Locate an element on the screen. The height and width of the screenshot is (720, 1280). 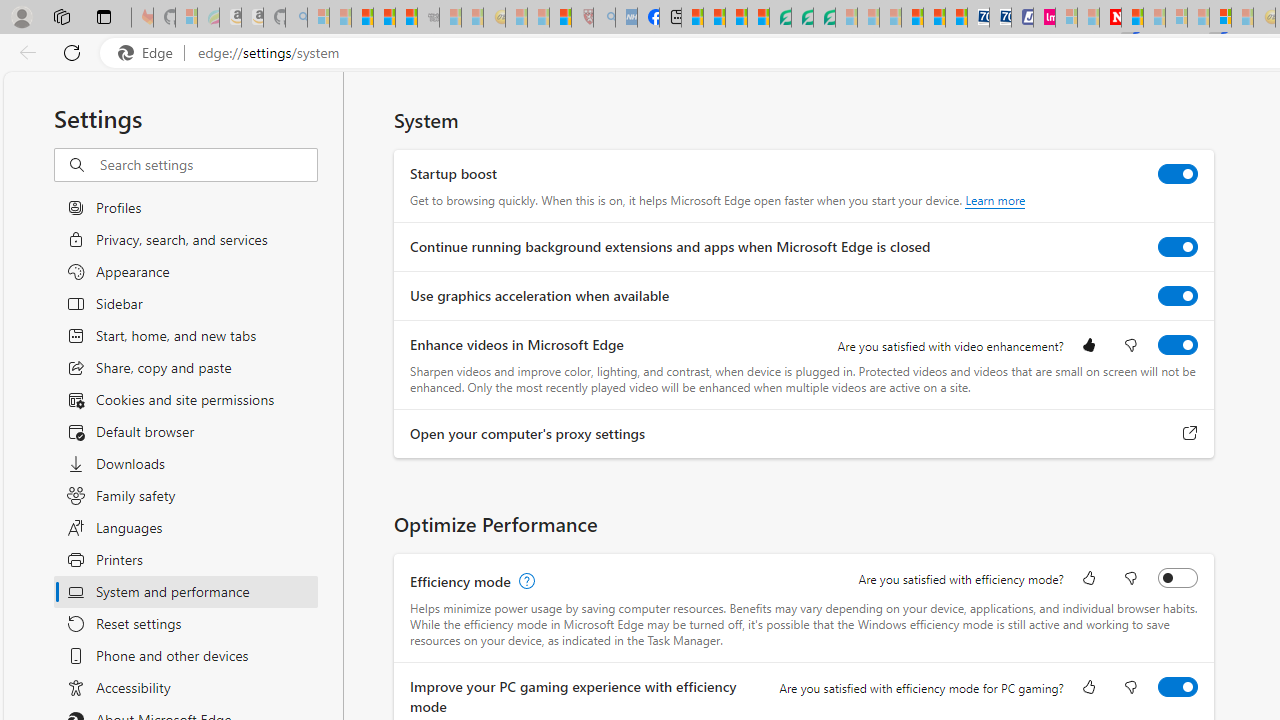
'Recipes - MSN - Sleeping' is located at coordinates (516, 17).